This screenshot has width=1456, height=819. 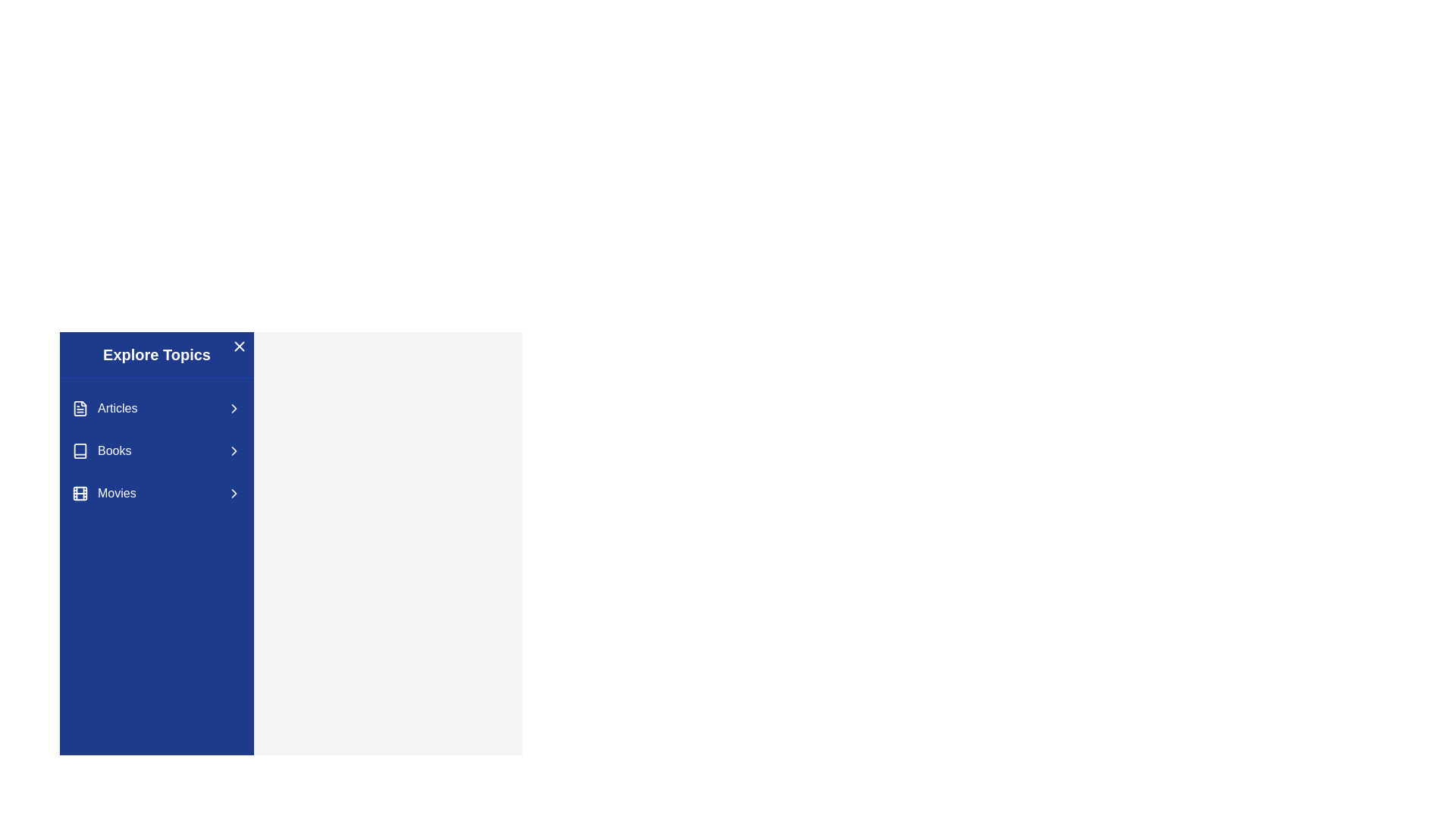 I want to click on the right-pointing arrow icon next to the 'Books' label in the vertical list of the 'Explore Topics' sidebar, so click(x=233, y=450).